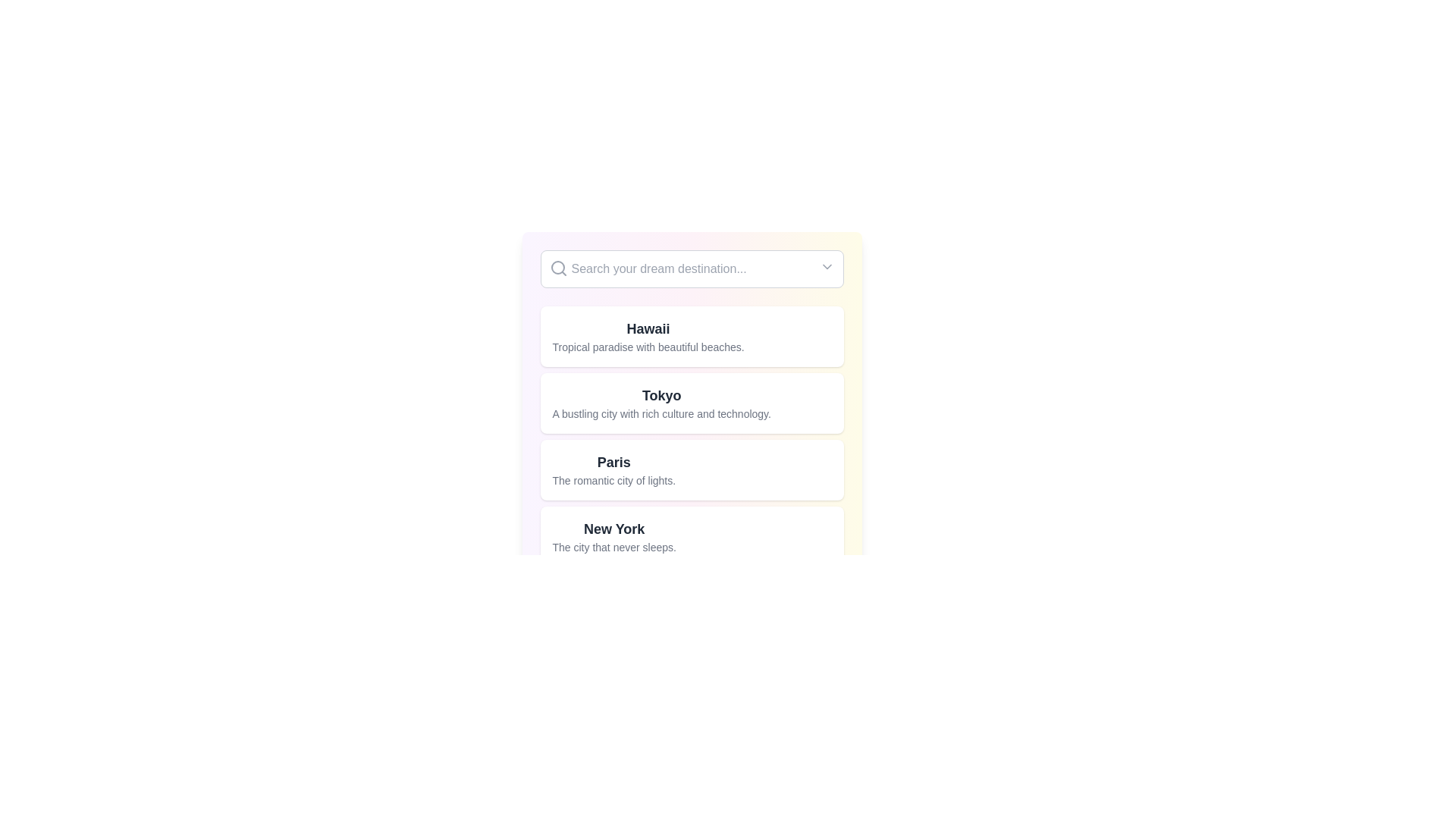  Describe the element at coordinates (691, 436) in the screenshot. I see `the card displaying 'Tokyo'` at that location.